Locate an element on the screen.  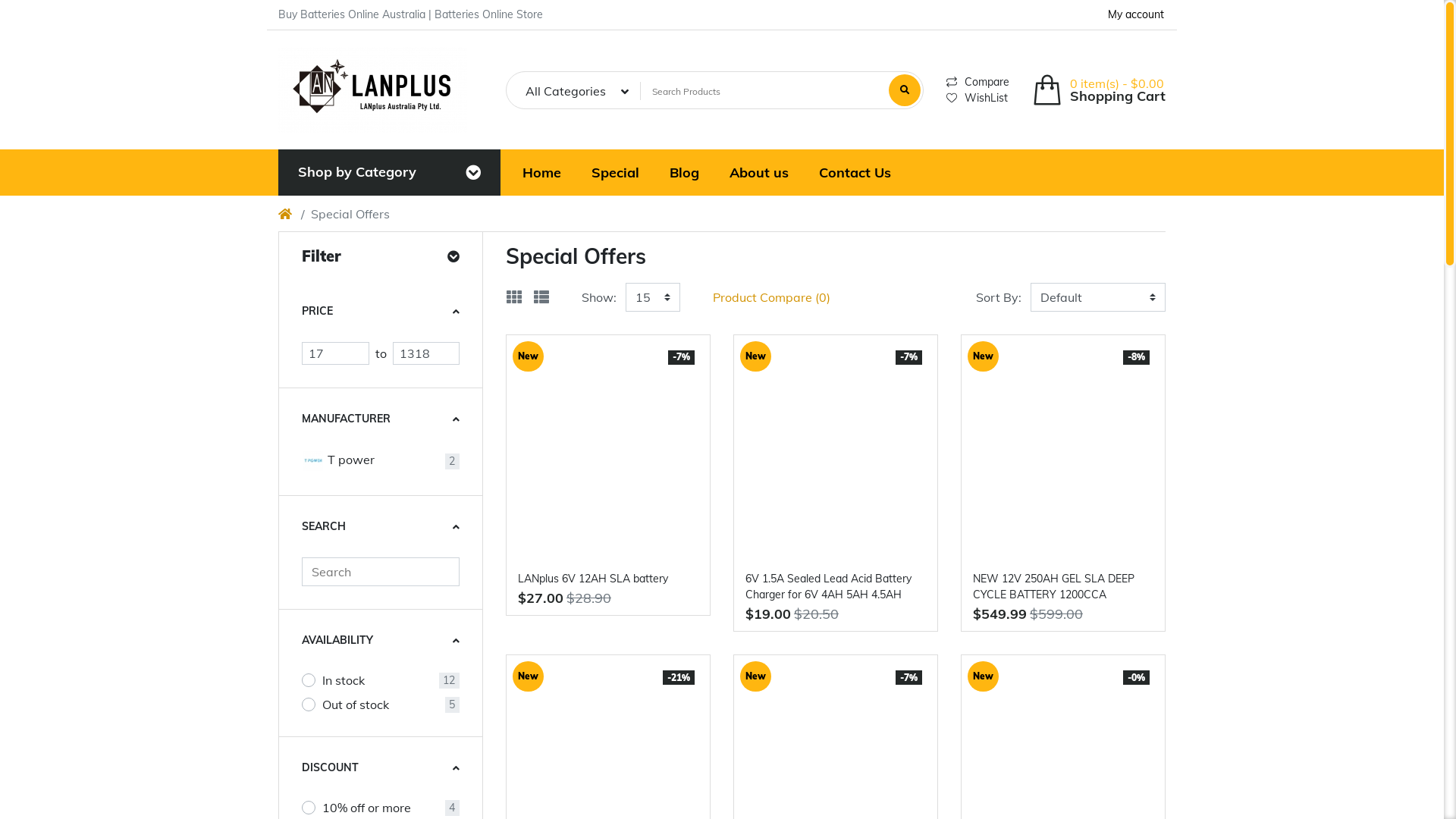
'Poco theme' is located at coordinates (372, 89).